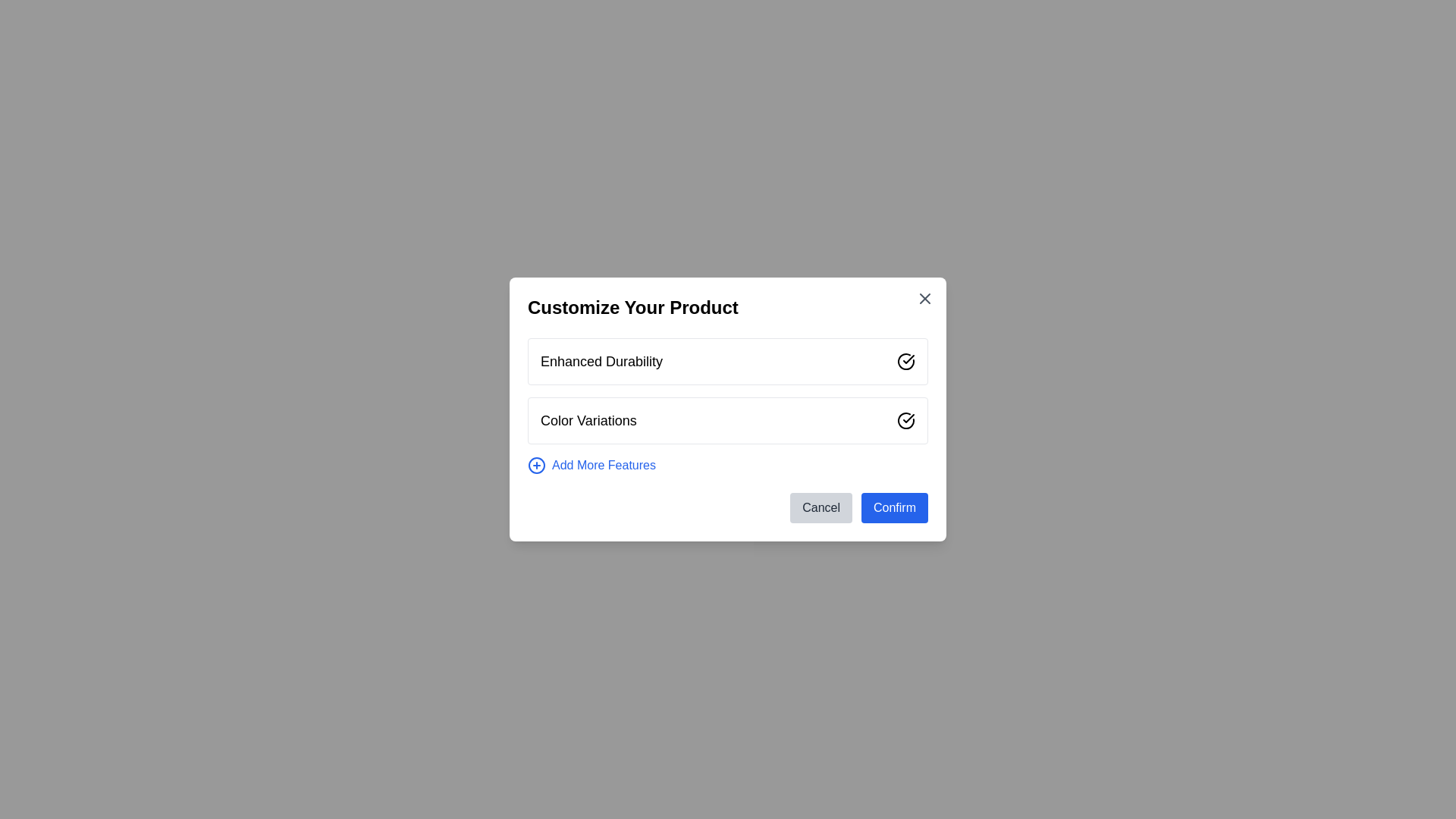 This screenshot has height=819, width=1456. Describe the element at coordinates (821, 508) in the screenshot. I see `the cancel button located` at that location.